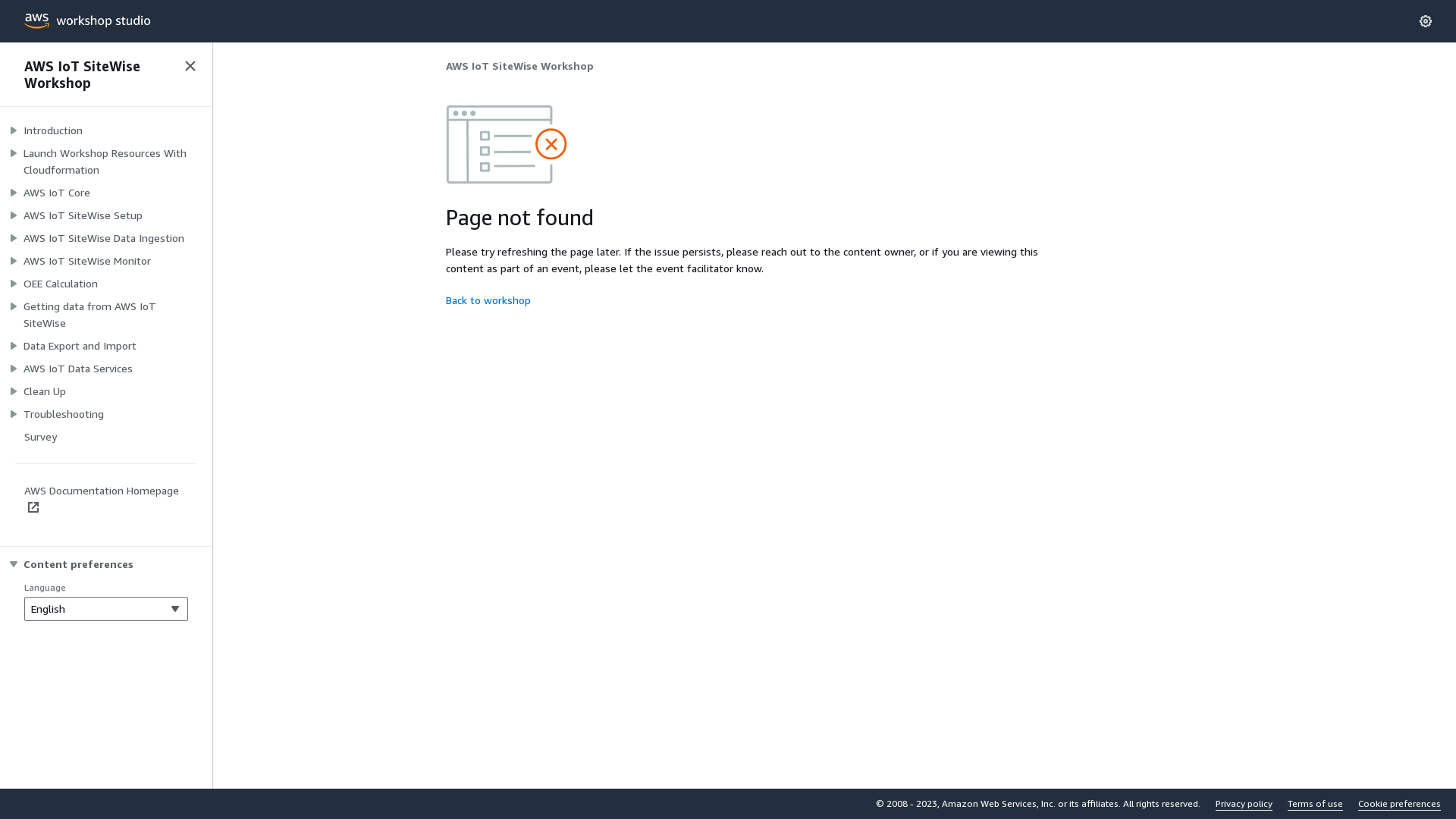 The image size is (1456, 819). I want to click on 'Terms of use', so click(1314, 803).